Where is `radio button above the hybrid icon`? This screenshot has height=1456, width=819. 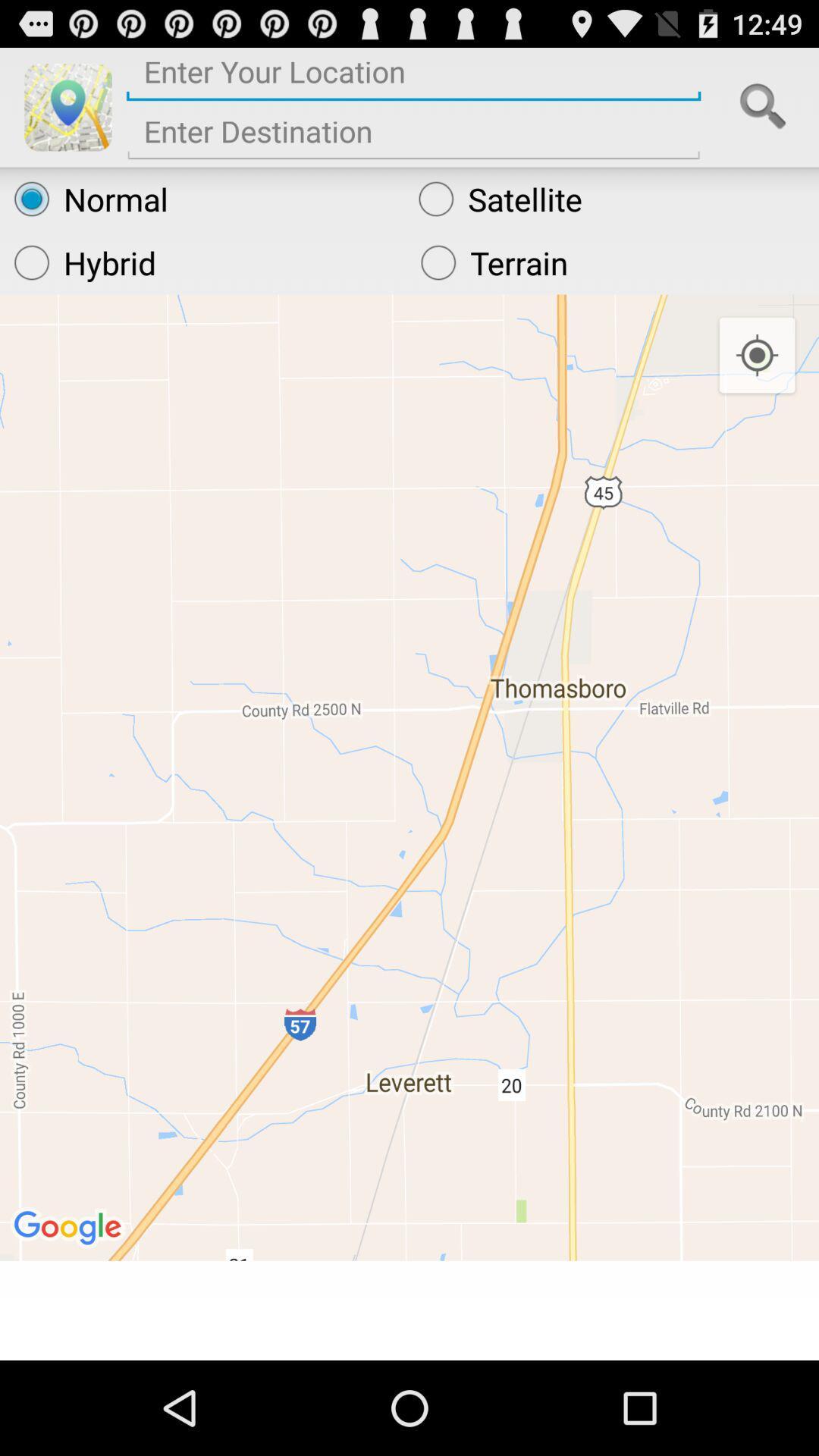
radio button above the hybrid icon is located at coordinates (201, 198).